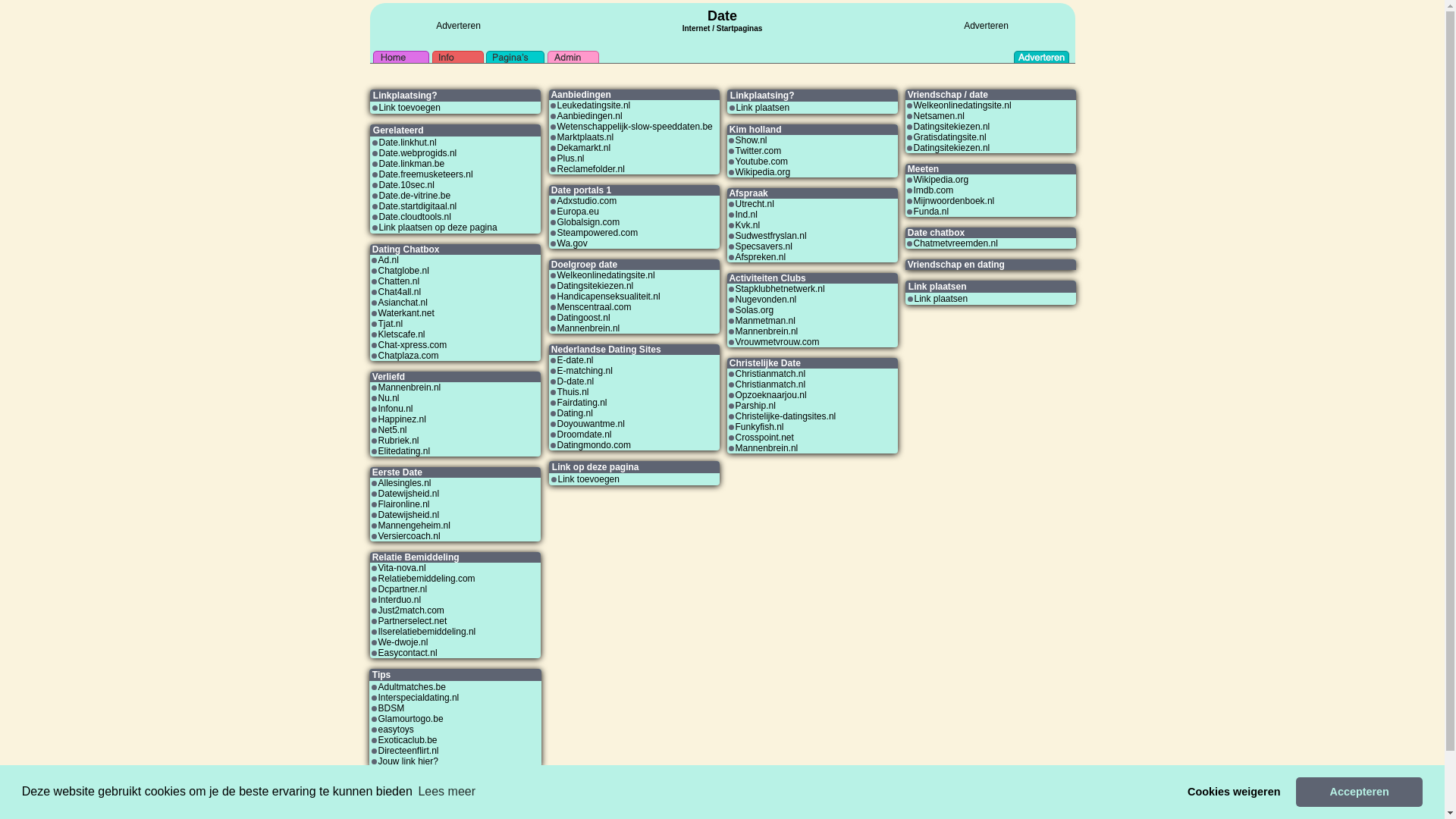  What do you see at coordinates (771, 394) in the screenshot?
I see `'Opzoeknaarjou.nl'` at bounding box center [771, 394].